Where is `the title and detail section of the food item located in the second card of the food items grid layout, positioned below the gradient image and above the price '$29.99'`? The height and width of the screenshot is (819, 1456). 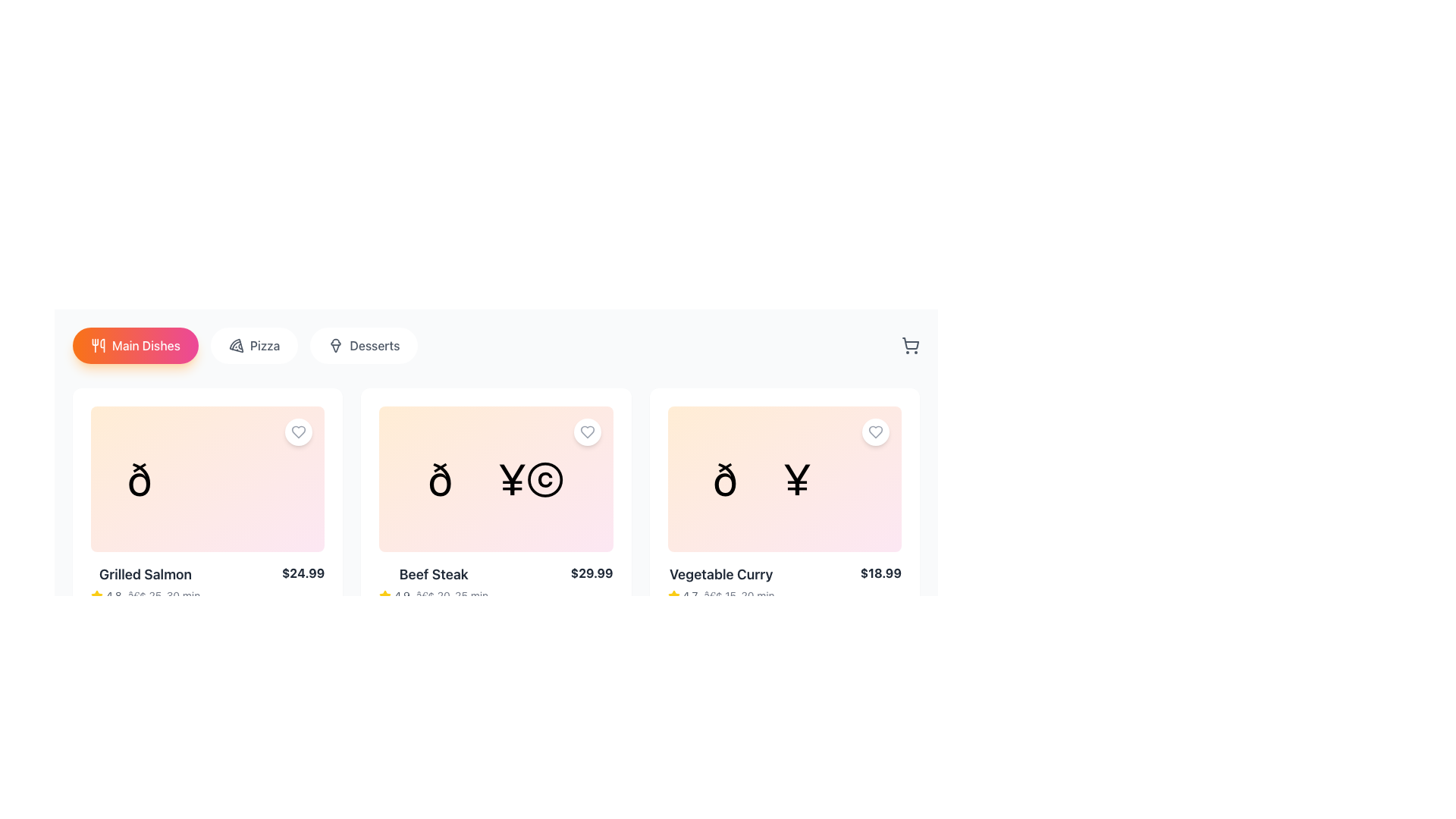
the title and detail section of the food item located in the second card of the food items grid layout, positioned below the gradient image and above the price '$29.99' is located at coordinates (433, 583).